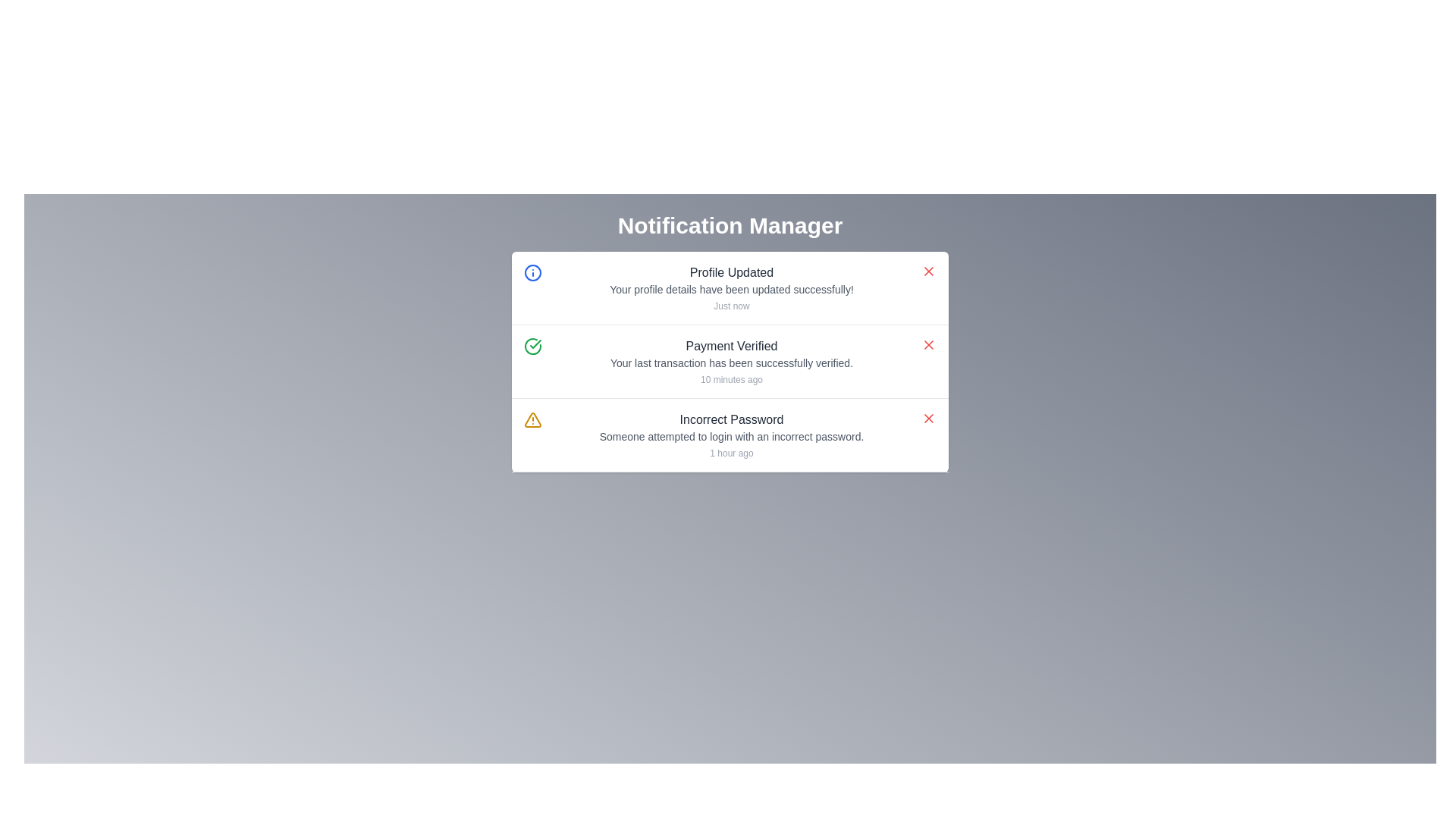  Describe the element at coordinates (731, 435) in the screenshot. I see `title and description of the Notification card that informs the user about an attempted login with an incorrect password, which is the third notification in the stacked list below the 'Payment Verified' notification` at that location.